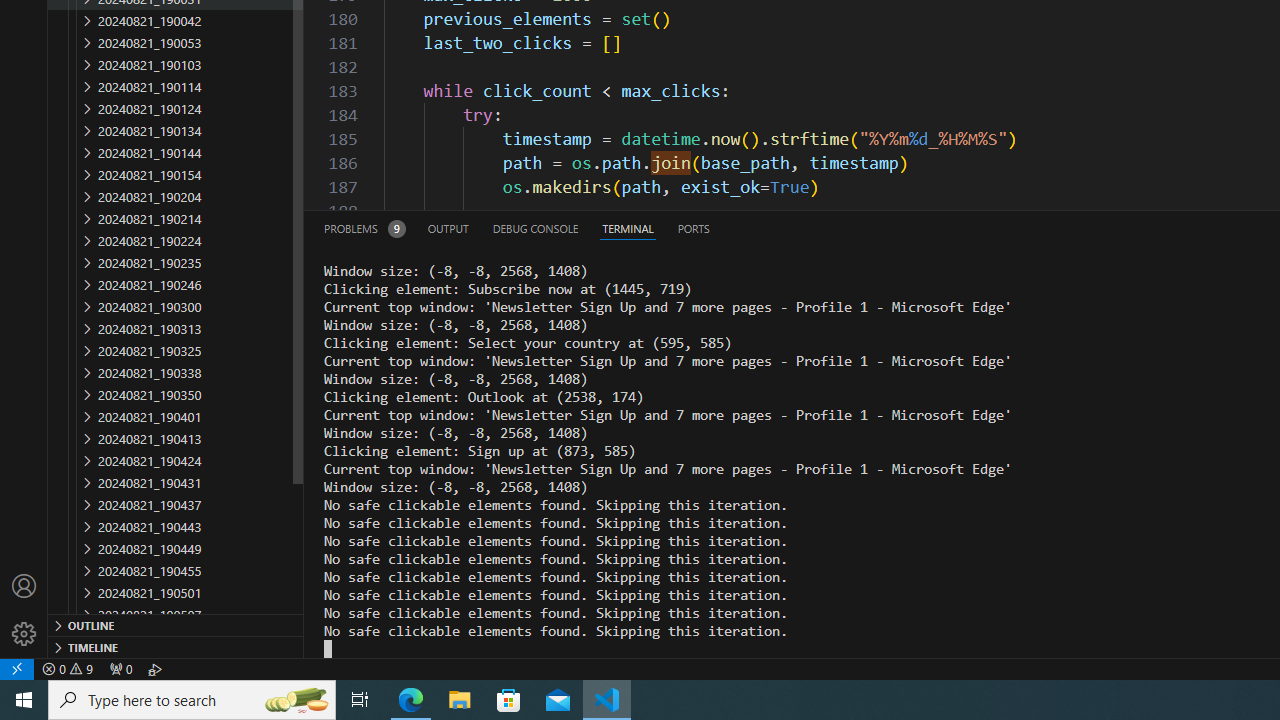 The height and width of the screenshot is (720, 1280). Describe the element at coordinates (364, 227) in the screenshot. I see `'Problems (Ctrl+Shift+M) - Total 9 Problems'` at that location.